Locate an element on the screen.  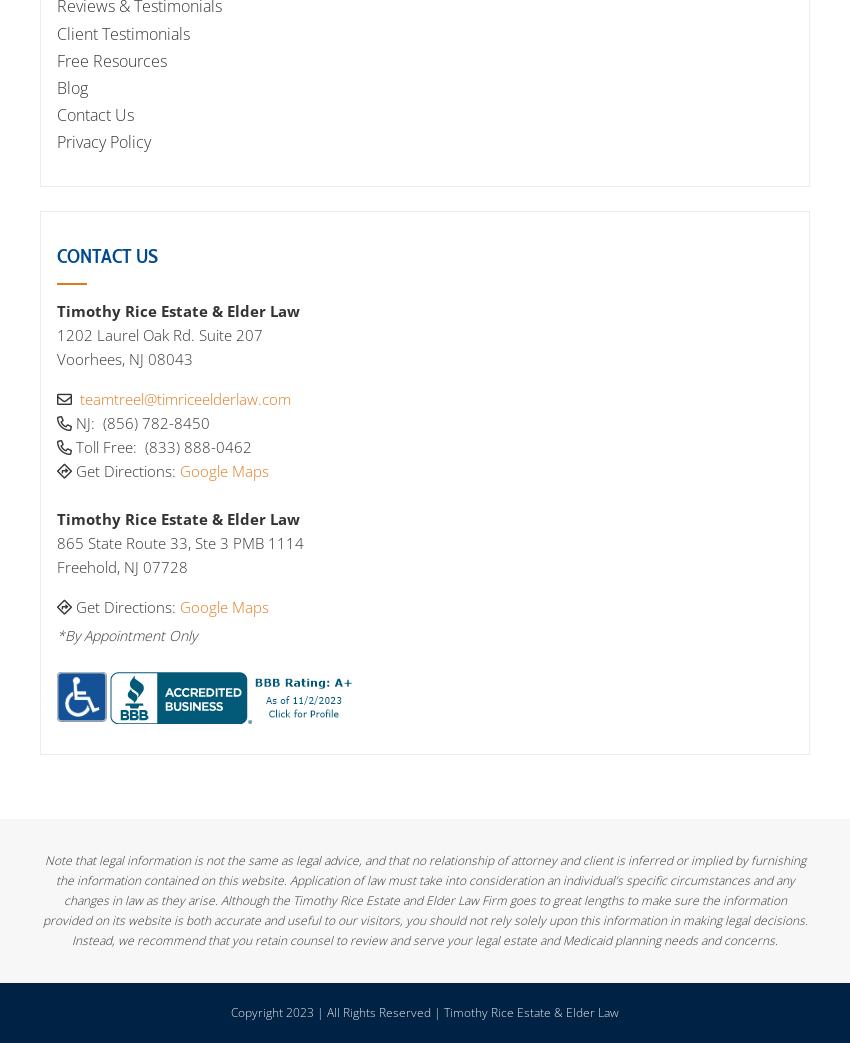
'Freehold' is located at coordinates (86, 566).